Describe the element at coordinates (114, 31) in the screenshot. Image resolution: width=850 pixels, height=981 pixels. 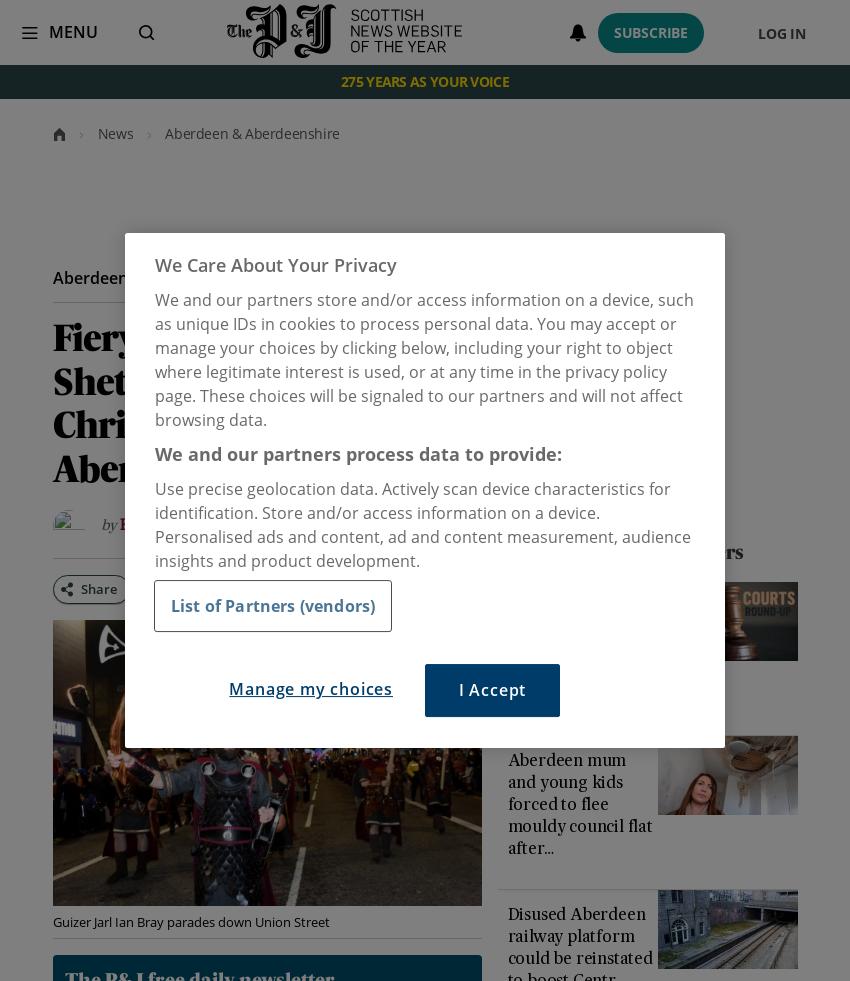
I see `'Go'` at that location.